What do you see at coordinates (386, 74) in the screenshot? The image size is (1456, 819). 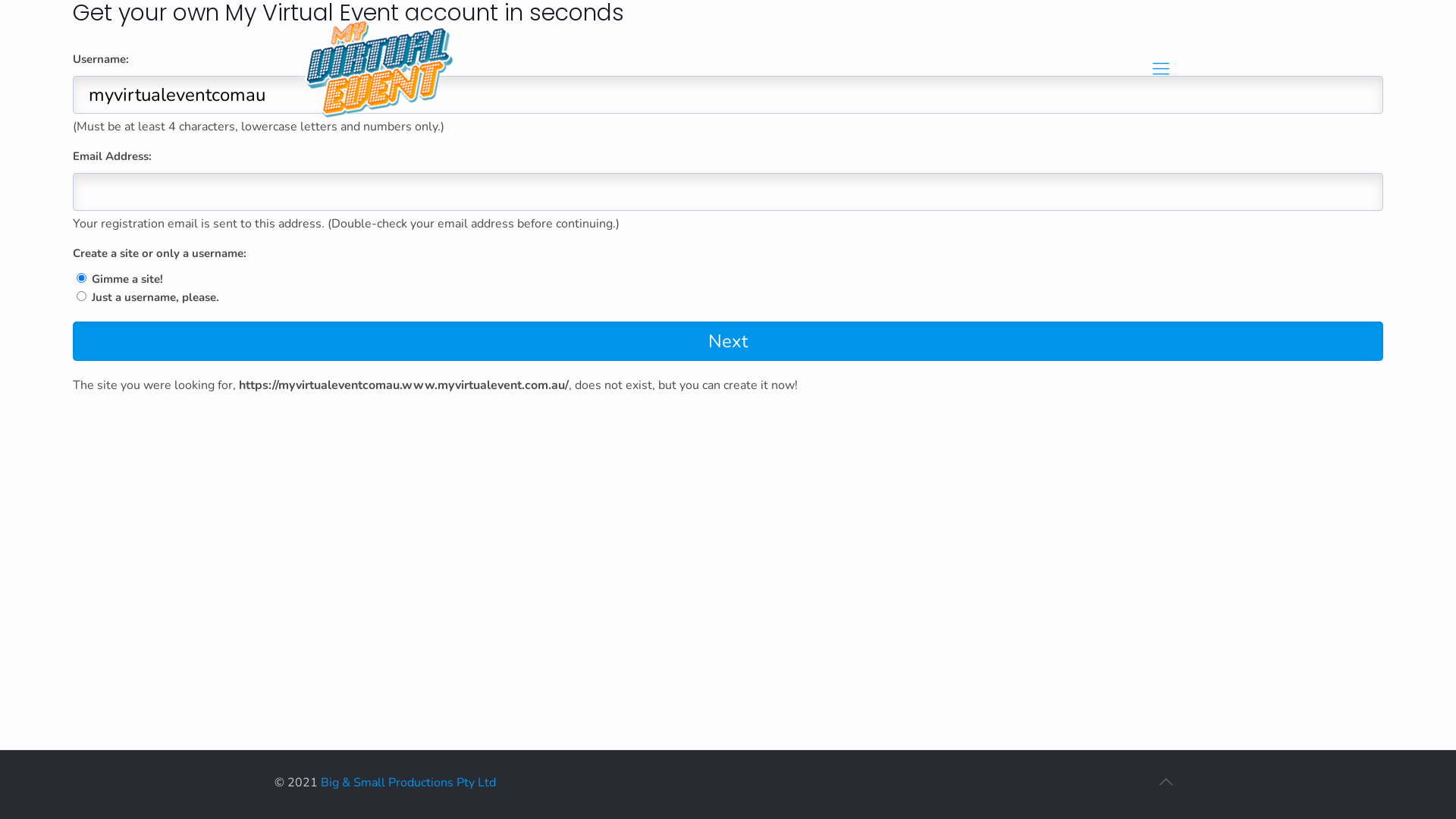 I see `'My Virtual Event Platform Australia'` at bounding box center [386, 74].